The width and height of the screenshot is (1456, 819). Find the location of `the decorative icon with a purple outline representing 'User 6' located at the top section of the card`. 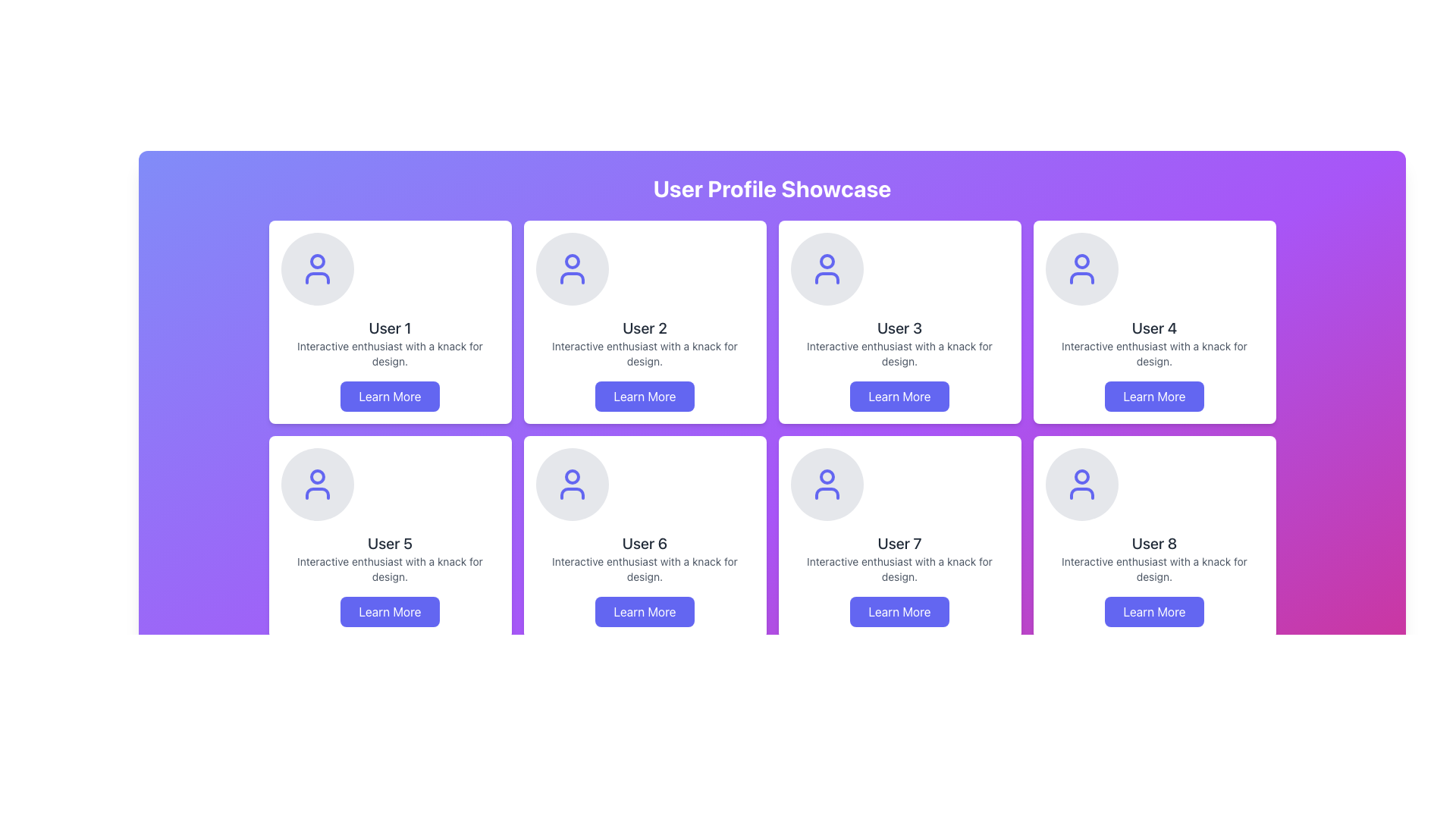

the decorative icon with a purple outline representing 'User 6' located at the top section of the card is located at coordinates (571, 485).